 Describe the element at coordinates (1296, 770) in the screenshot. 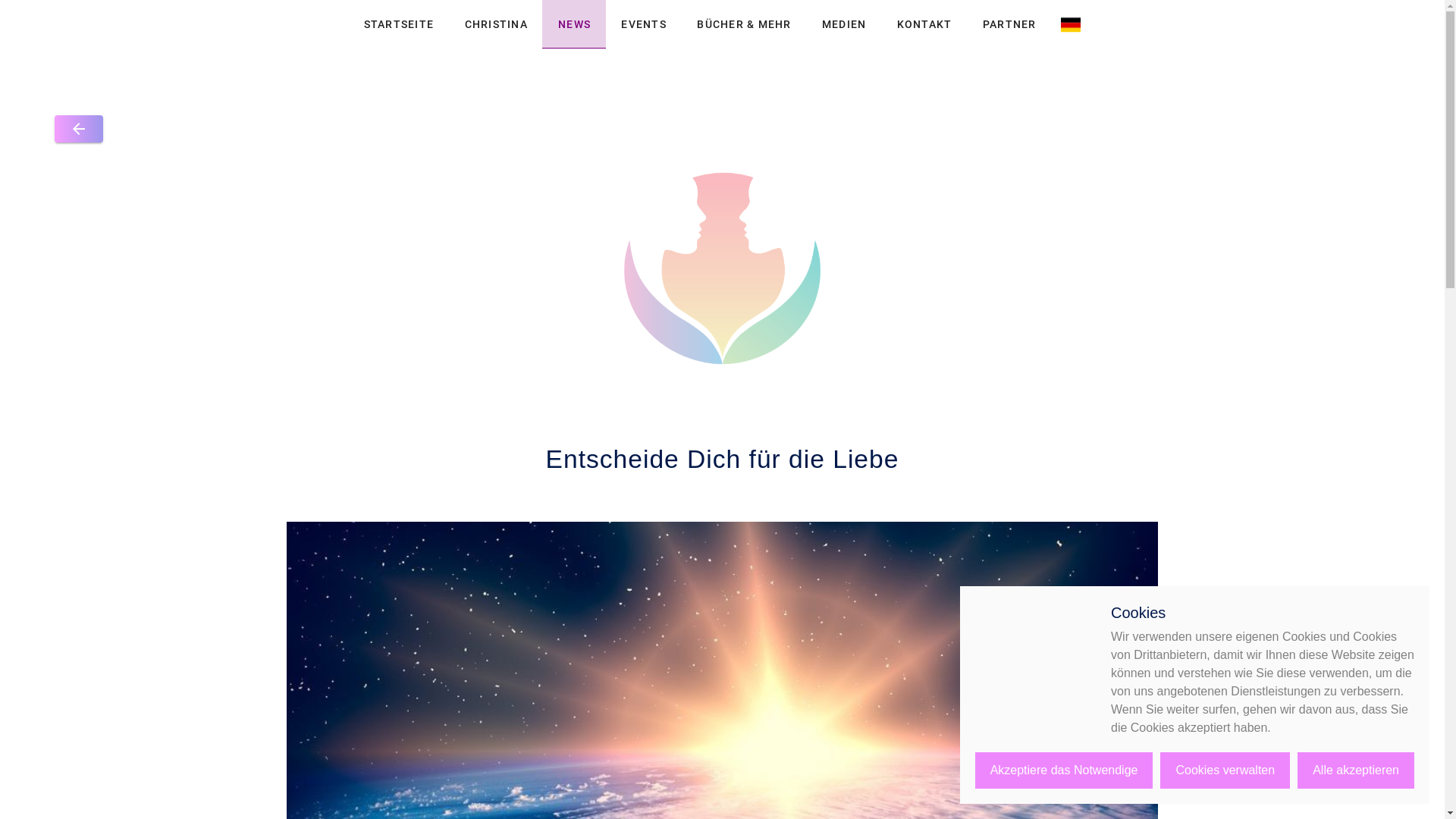

I see `'Alle akzeptieren'` at that location.